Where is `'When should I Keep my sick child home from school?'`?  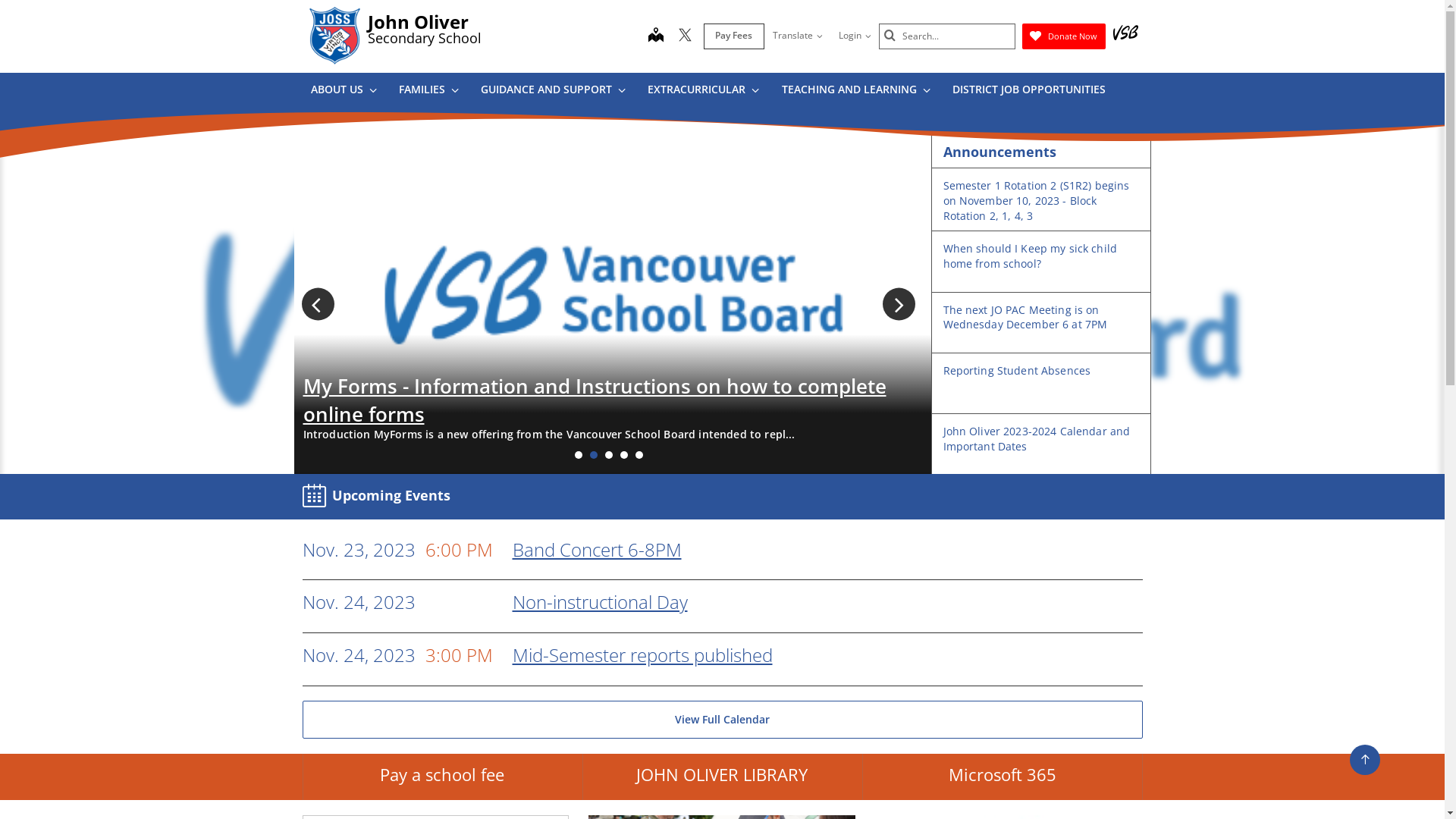 'When should I Keep my sick child home from school?' is located at coordinates (1030, 255).